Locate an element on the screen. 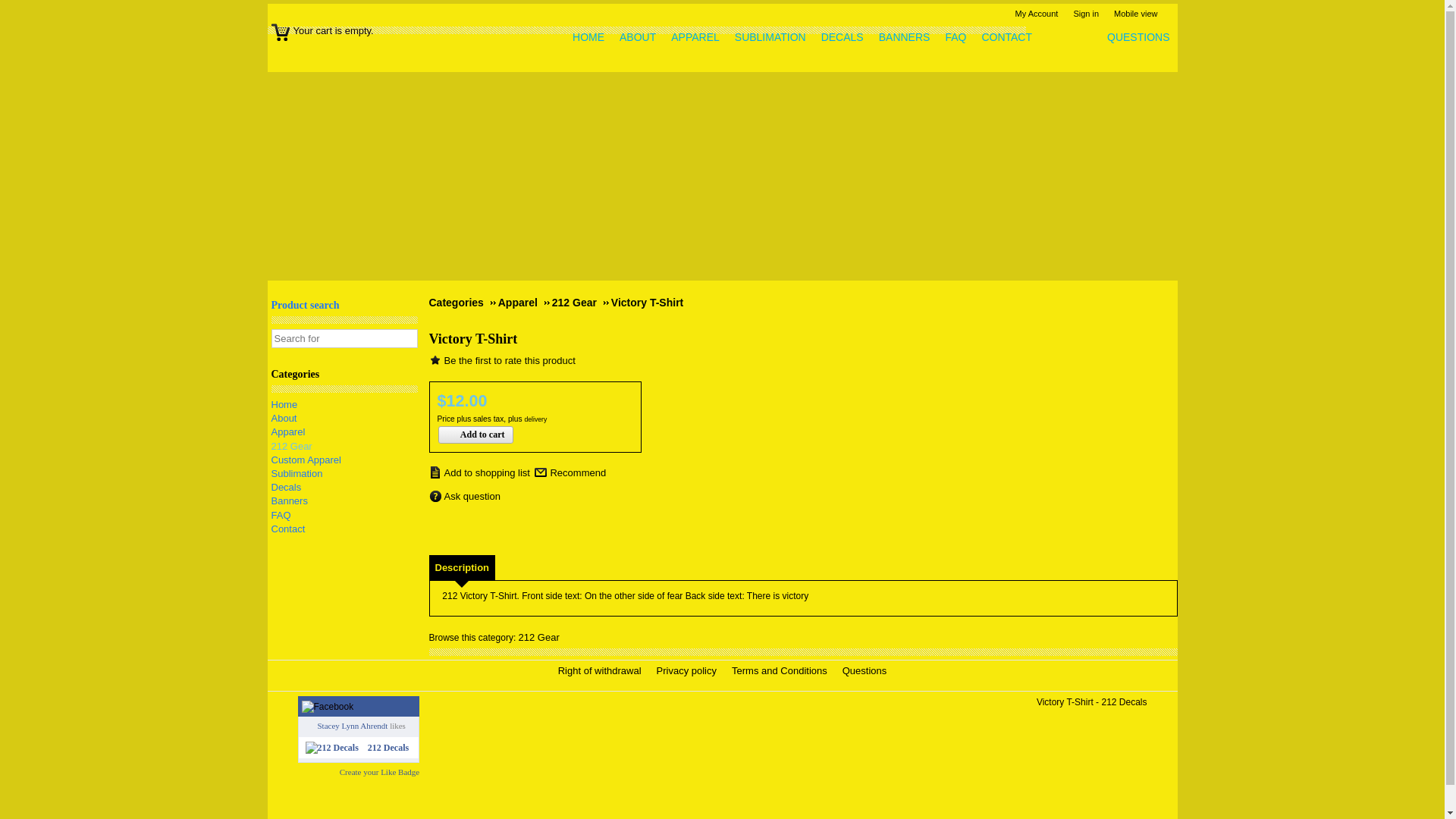  'Right of withdrawal' is located at coordinates (603, 670).